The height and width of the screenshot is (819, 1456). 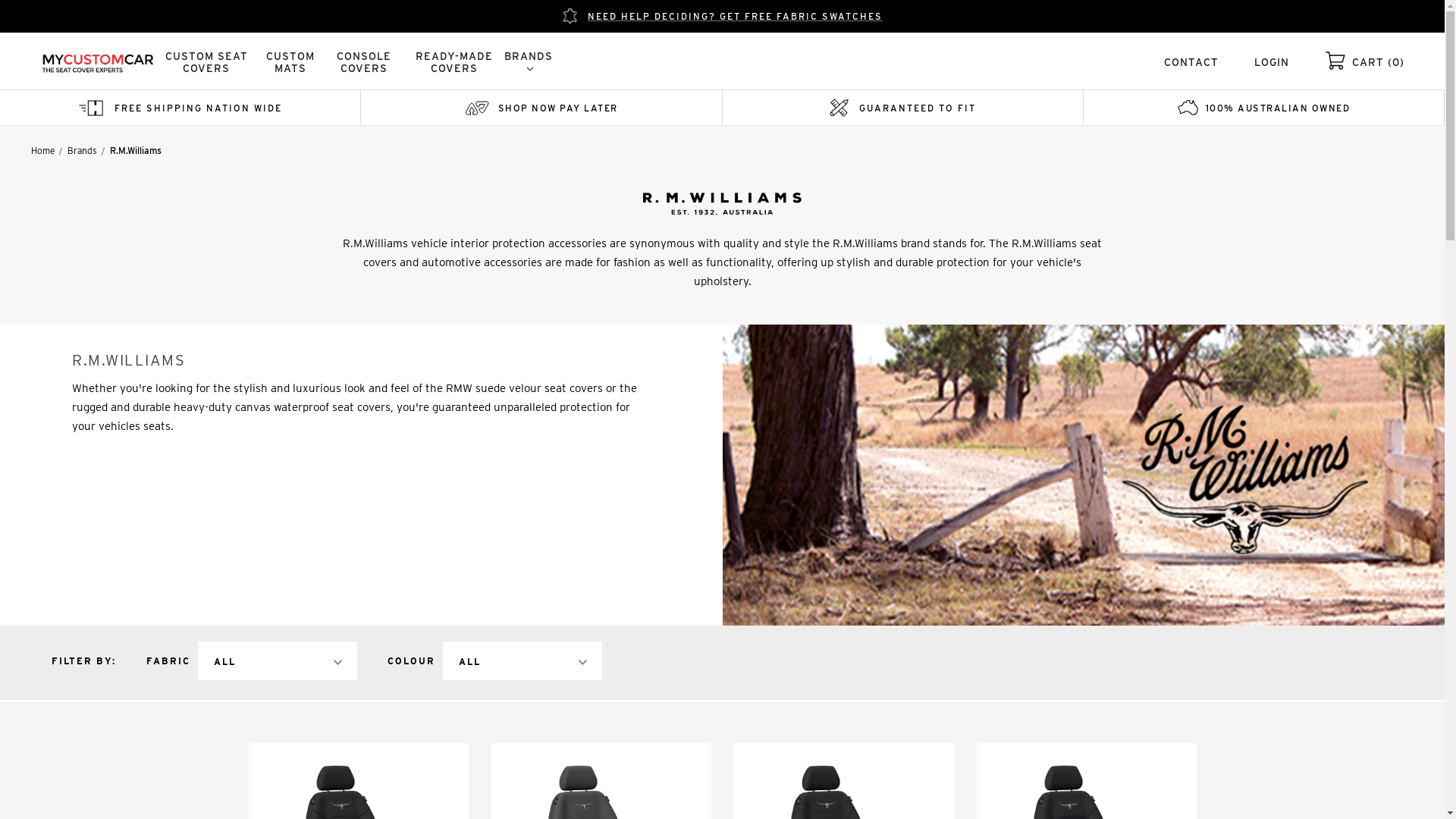 I want to click on 'CONSOLE COVERS', so click(x=364, y=61).